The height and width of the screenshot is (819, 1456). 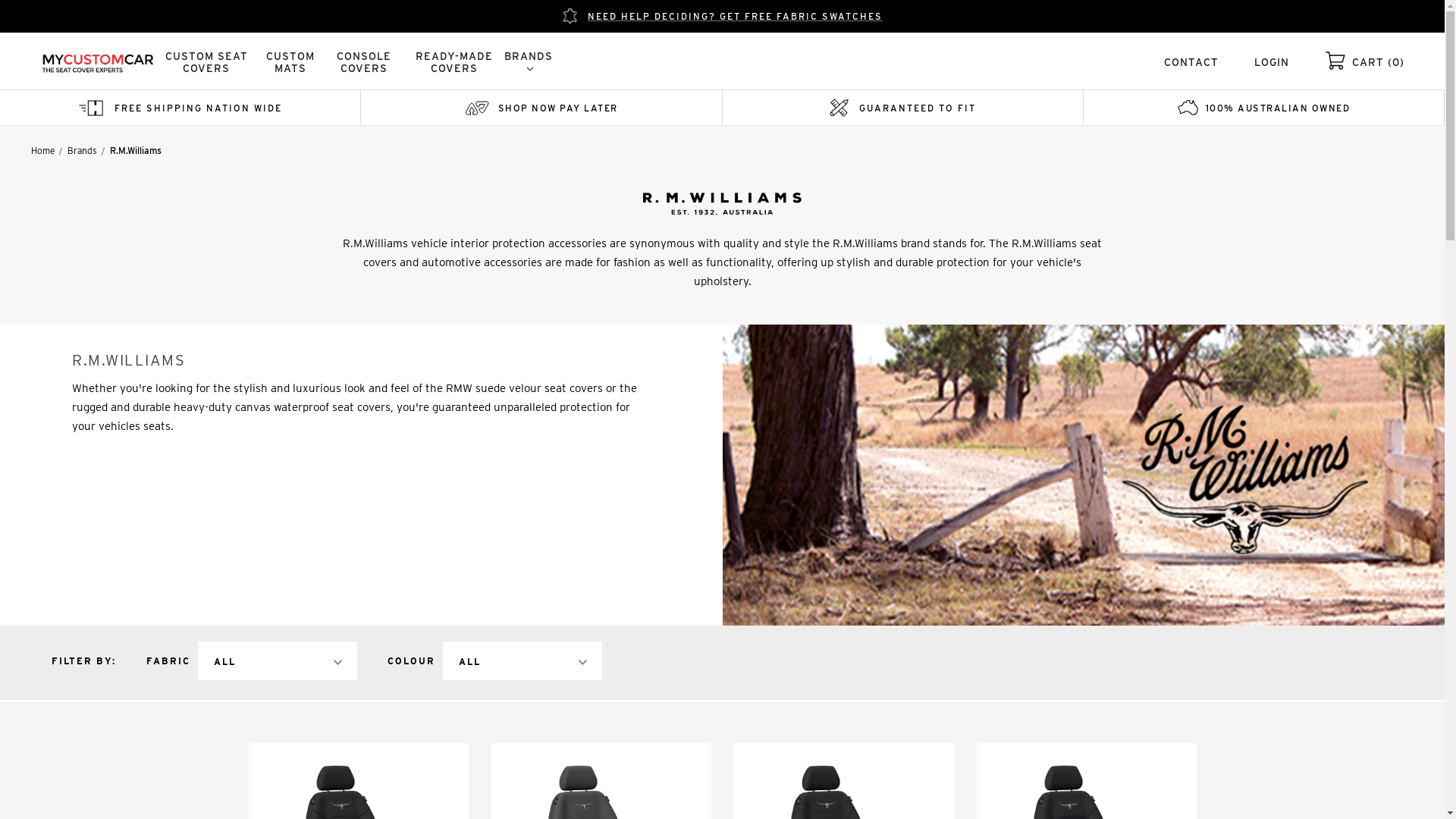 I want to click on 'CONSOLE COVERS', so click(x=364, y=61).